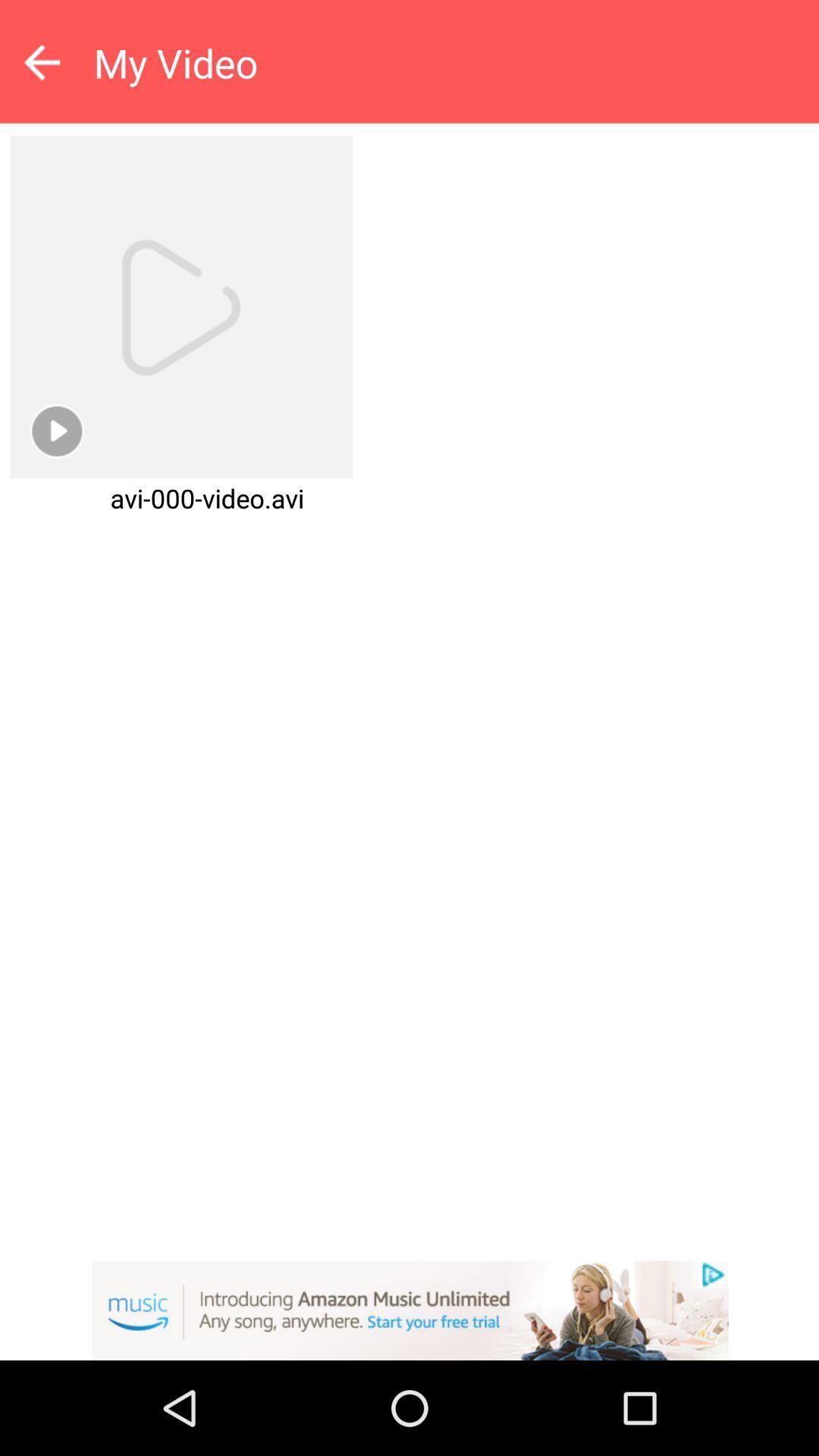 This screenshot has height=1456, width=819. What do you see at coordinates (409, 1310) in the screenshot?
I see `nurshing` at bounding box center [409, 1310].